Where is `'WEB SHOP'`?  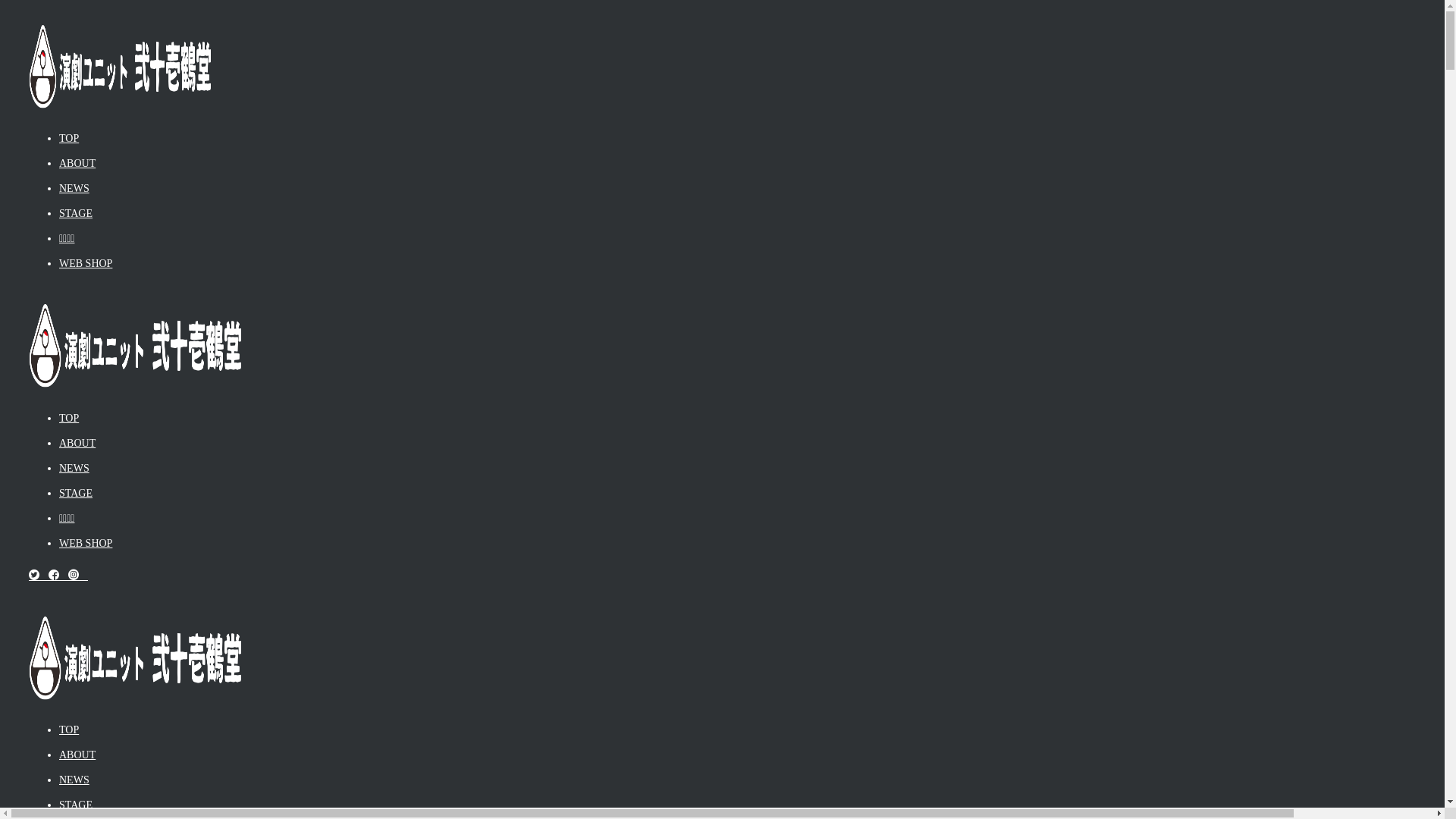 'WEB SHOP' is located at coordinates (85, 541).